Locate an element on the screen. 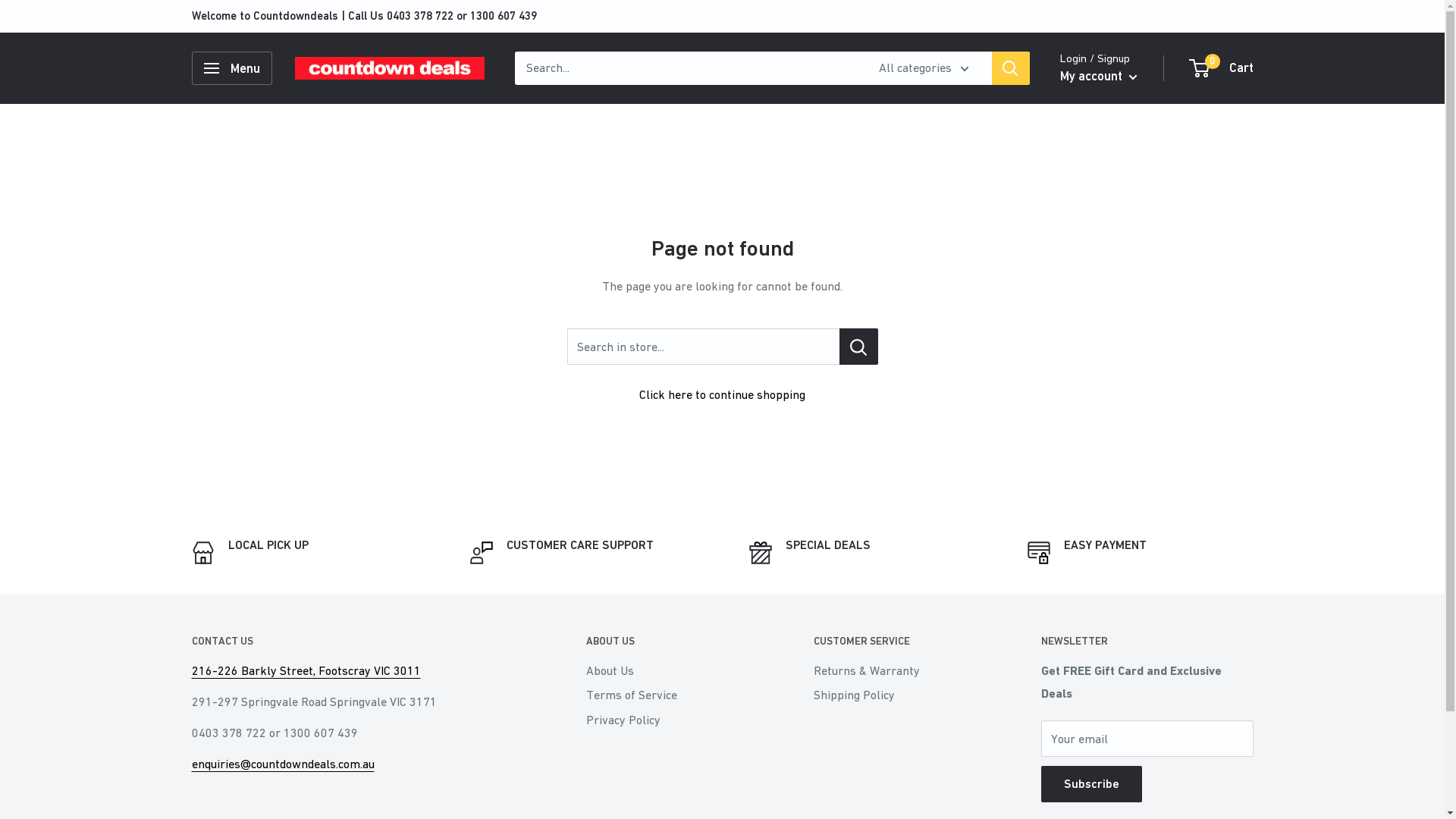 This screenshot has height=819, width=1456. 'Terms of Service' is located at coordinates (672, 694).